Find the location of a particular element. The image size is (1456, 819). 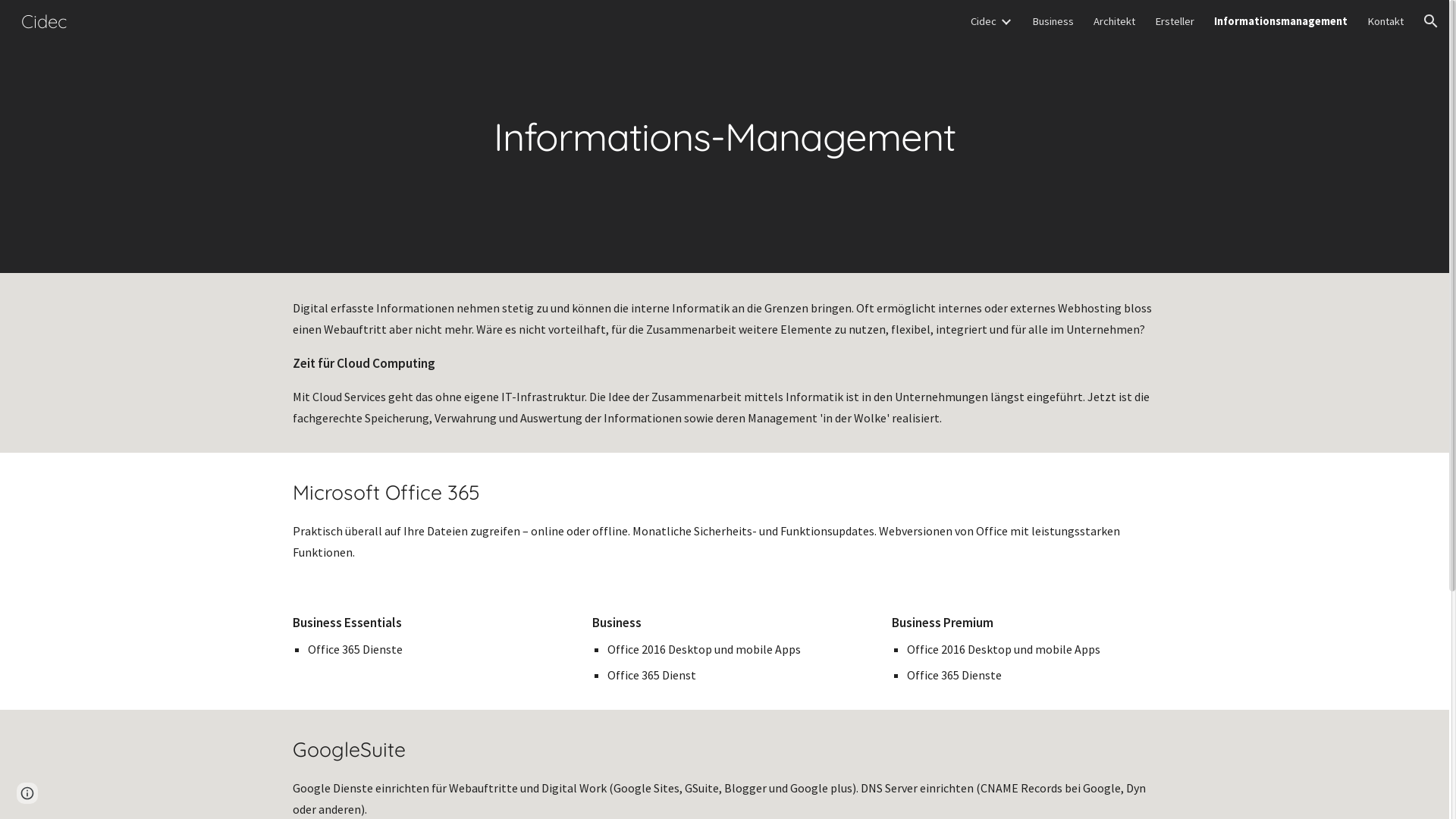

'Architekt' is located at coordinates (1114, 20).